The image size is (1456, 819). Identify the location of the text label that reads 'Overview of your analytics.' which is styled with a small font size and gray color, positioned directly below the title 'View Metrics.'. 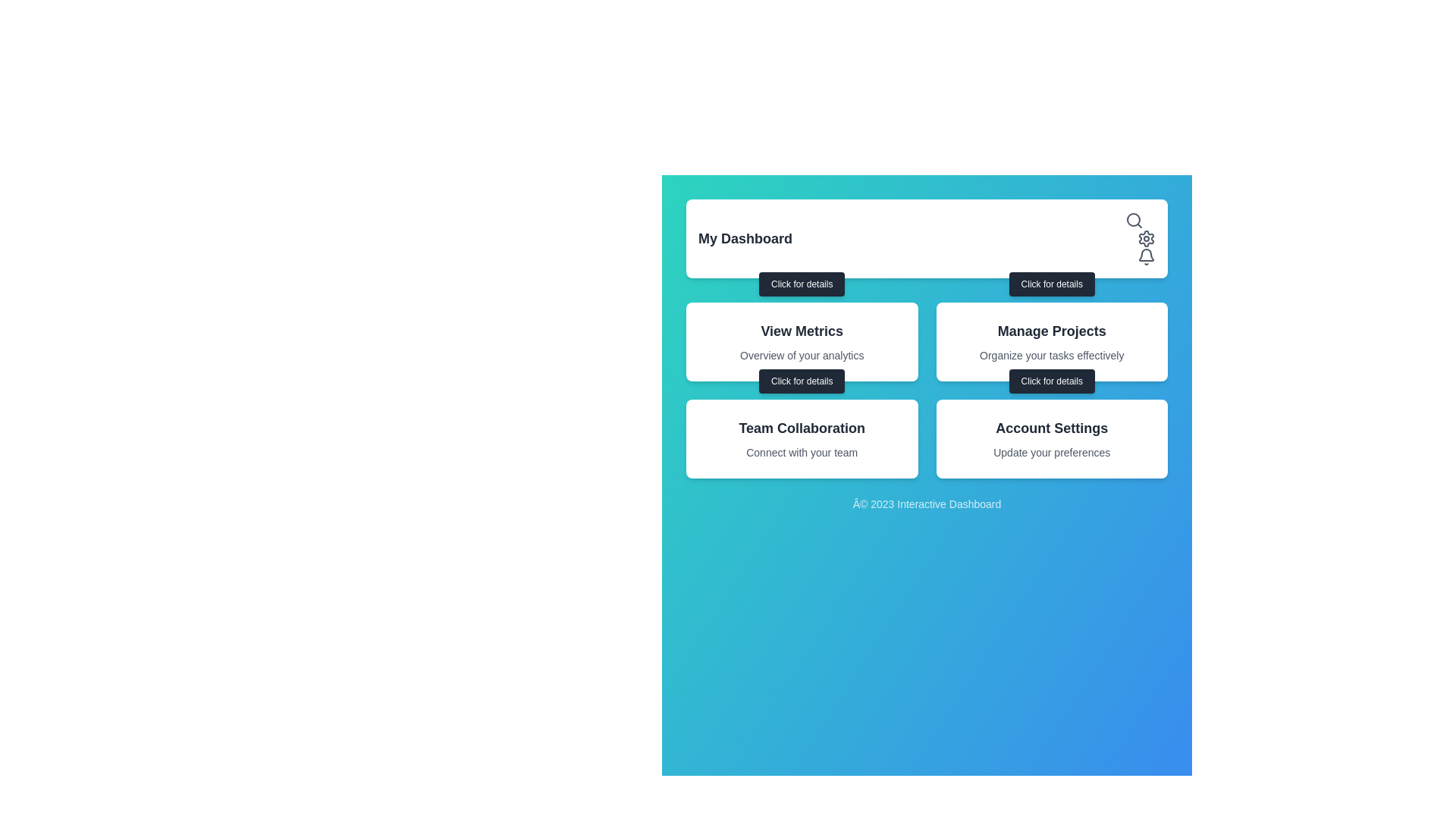
(801, 356).